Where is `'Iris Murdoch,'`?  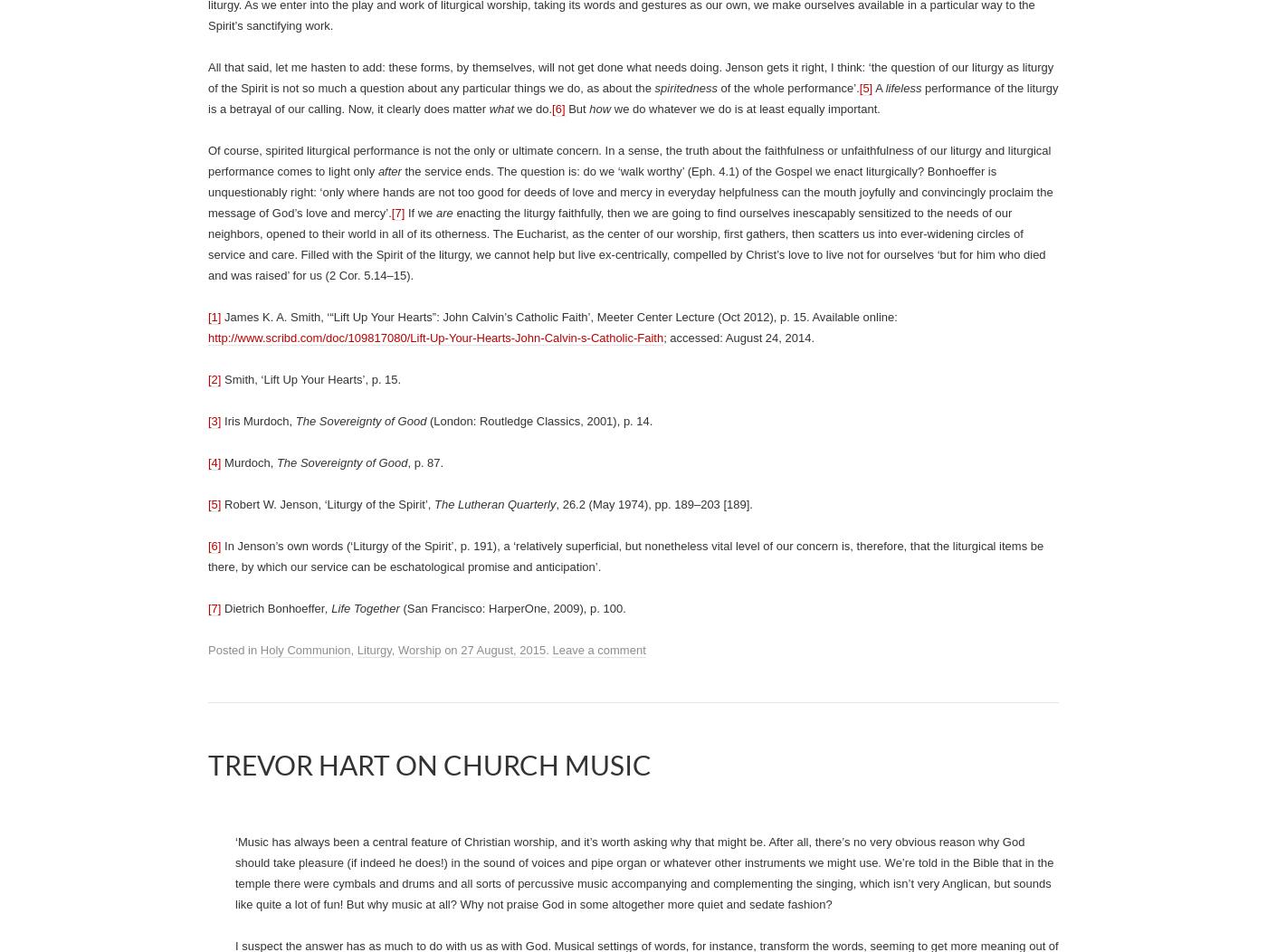
'Iris Murdoch,' is located at coordinates (258, 421).